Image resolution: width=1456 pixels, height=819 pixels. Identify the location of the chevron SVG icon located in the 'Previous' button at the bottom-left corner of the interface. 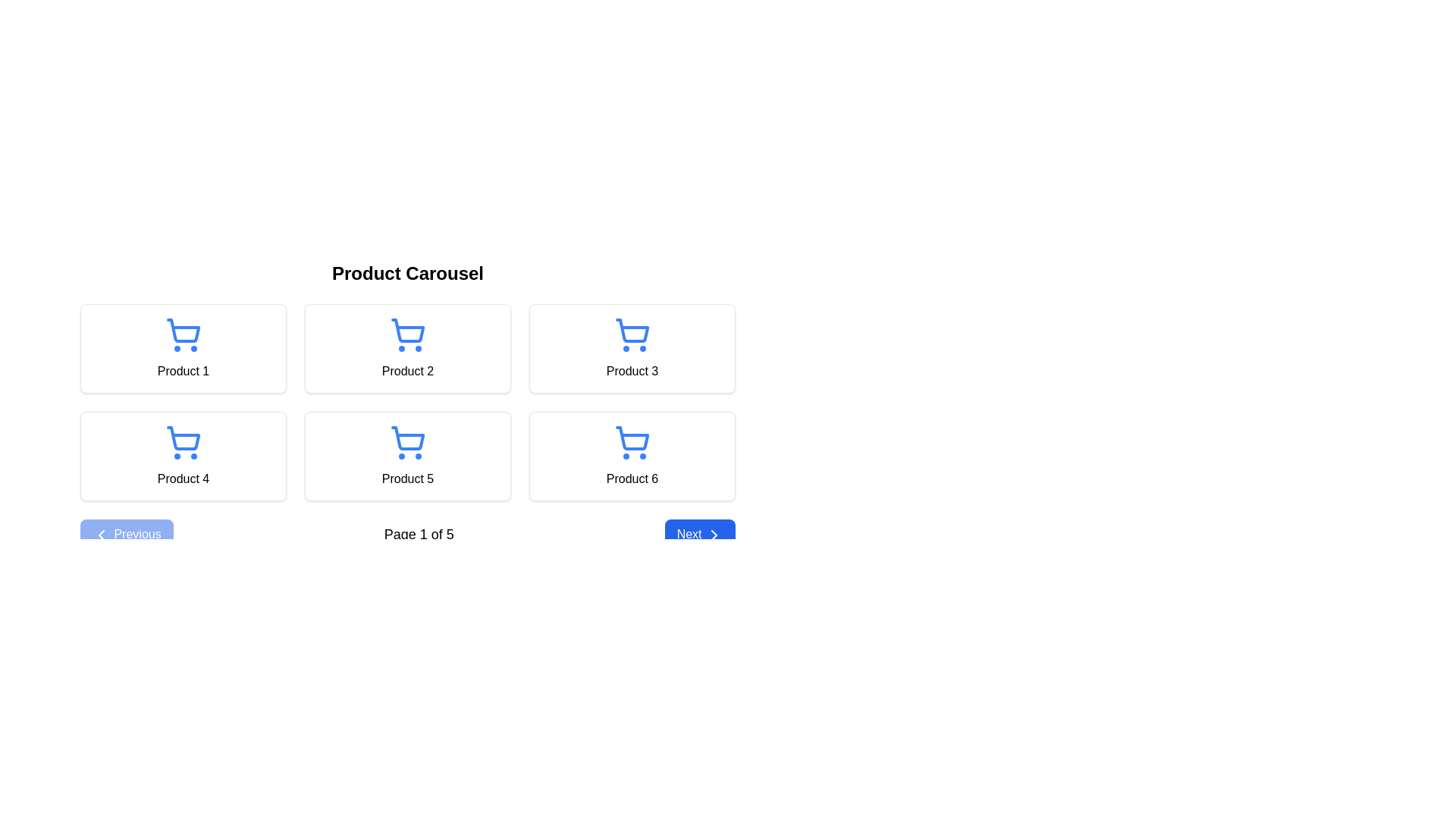
(101, 534).